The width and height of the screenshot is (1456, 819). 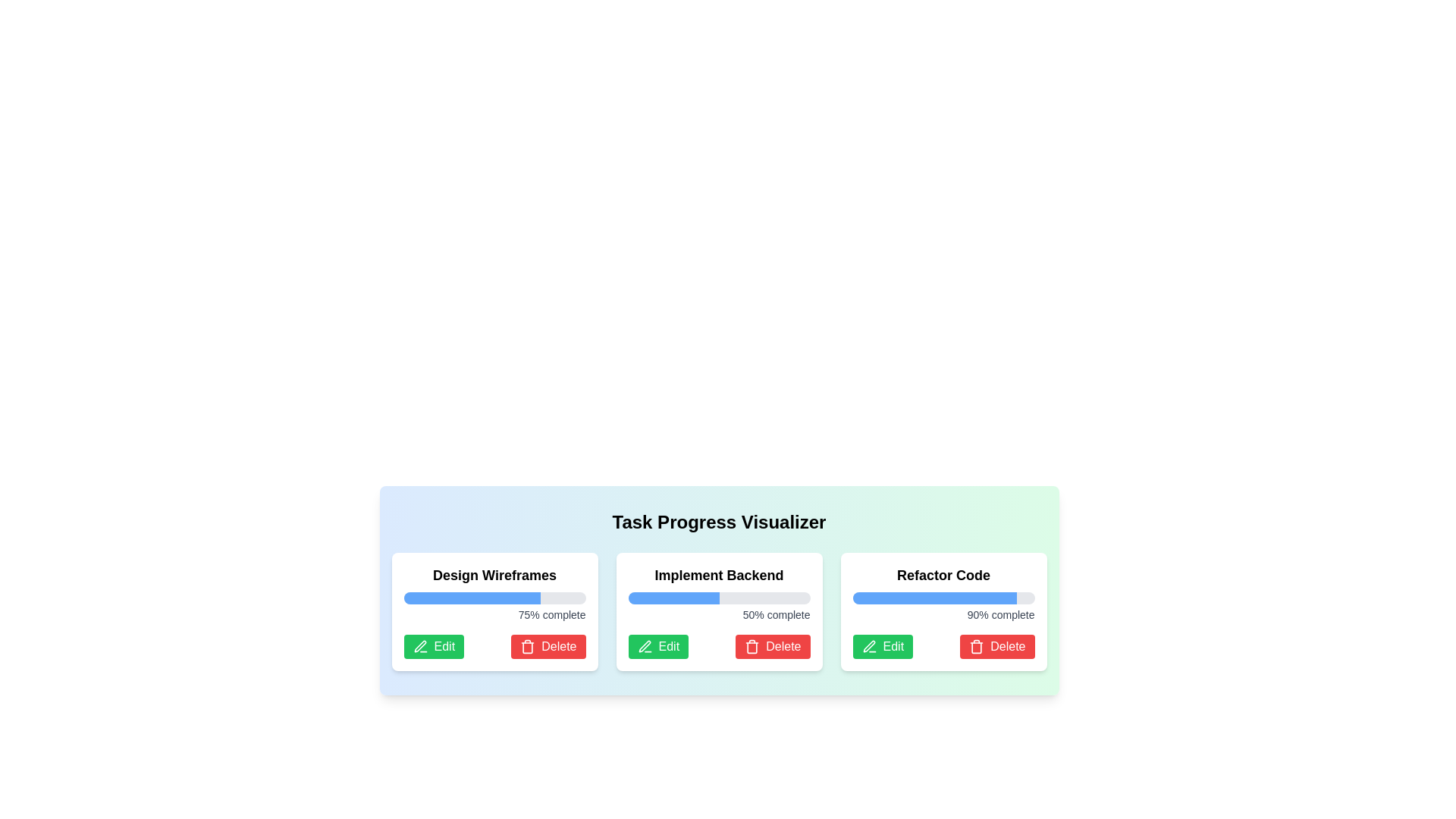 What do you see at coordinates (718, 590) in the screenshot?
I see `the 'Edit' and 'Delete' buttons within the 'Task Progress Visualizer' section, which features a gradient background and task progress bars` at bounding box center [718, 590].